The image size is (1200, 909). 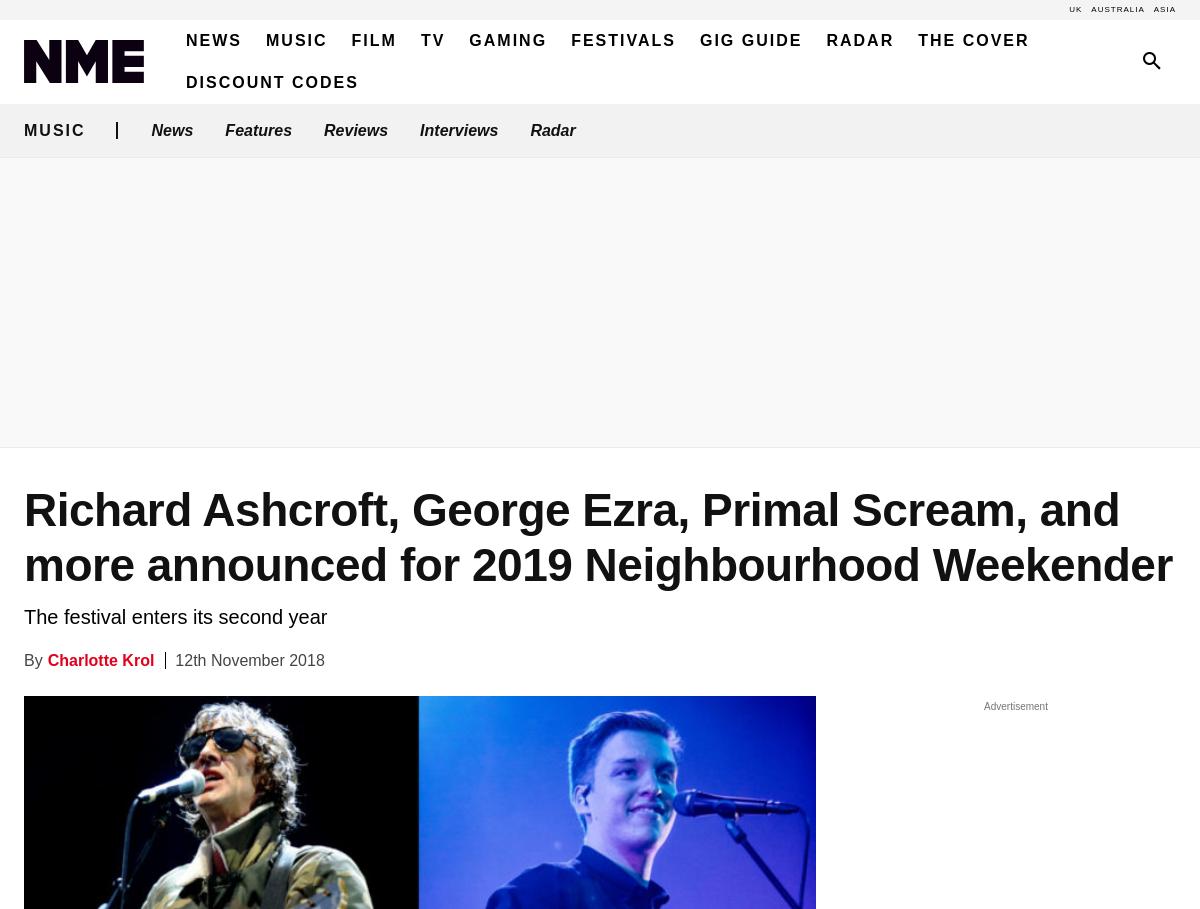 I want to click on '12th November 2018', so click(x=248, y=659).